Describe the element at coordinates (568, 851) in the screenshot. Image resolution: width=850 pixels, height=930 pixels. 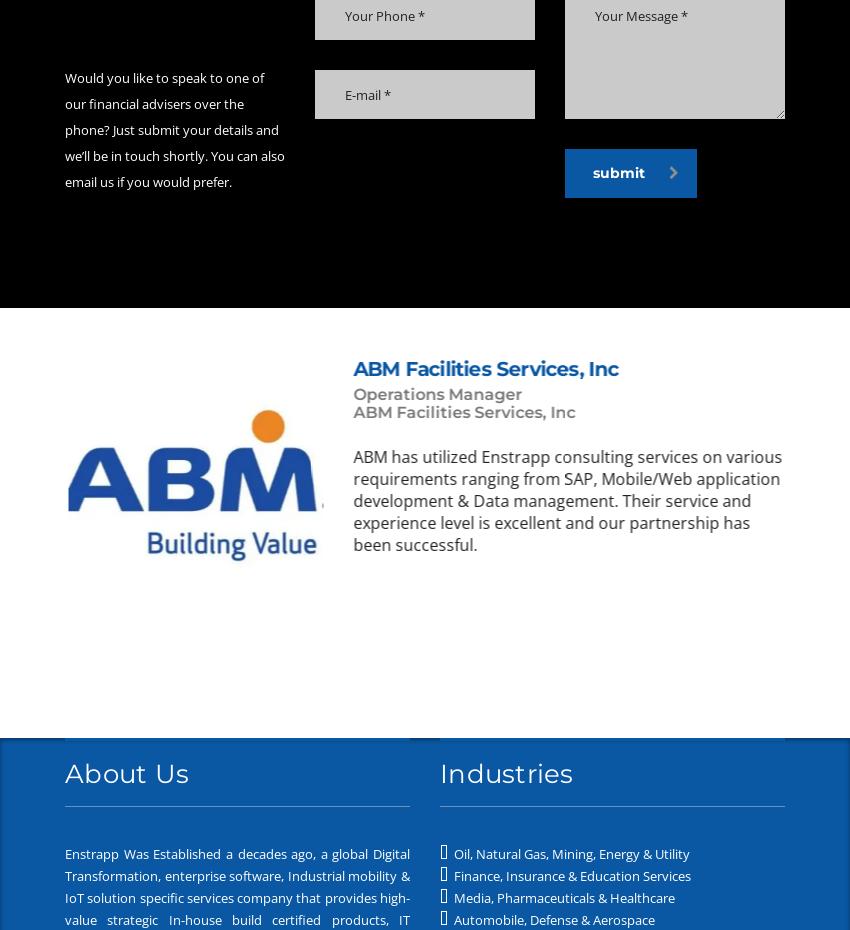
I see `'Oil, Natural Gas, Mining, Energy & Utility'` at that location.